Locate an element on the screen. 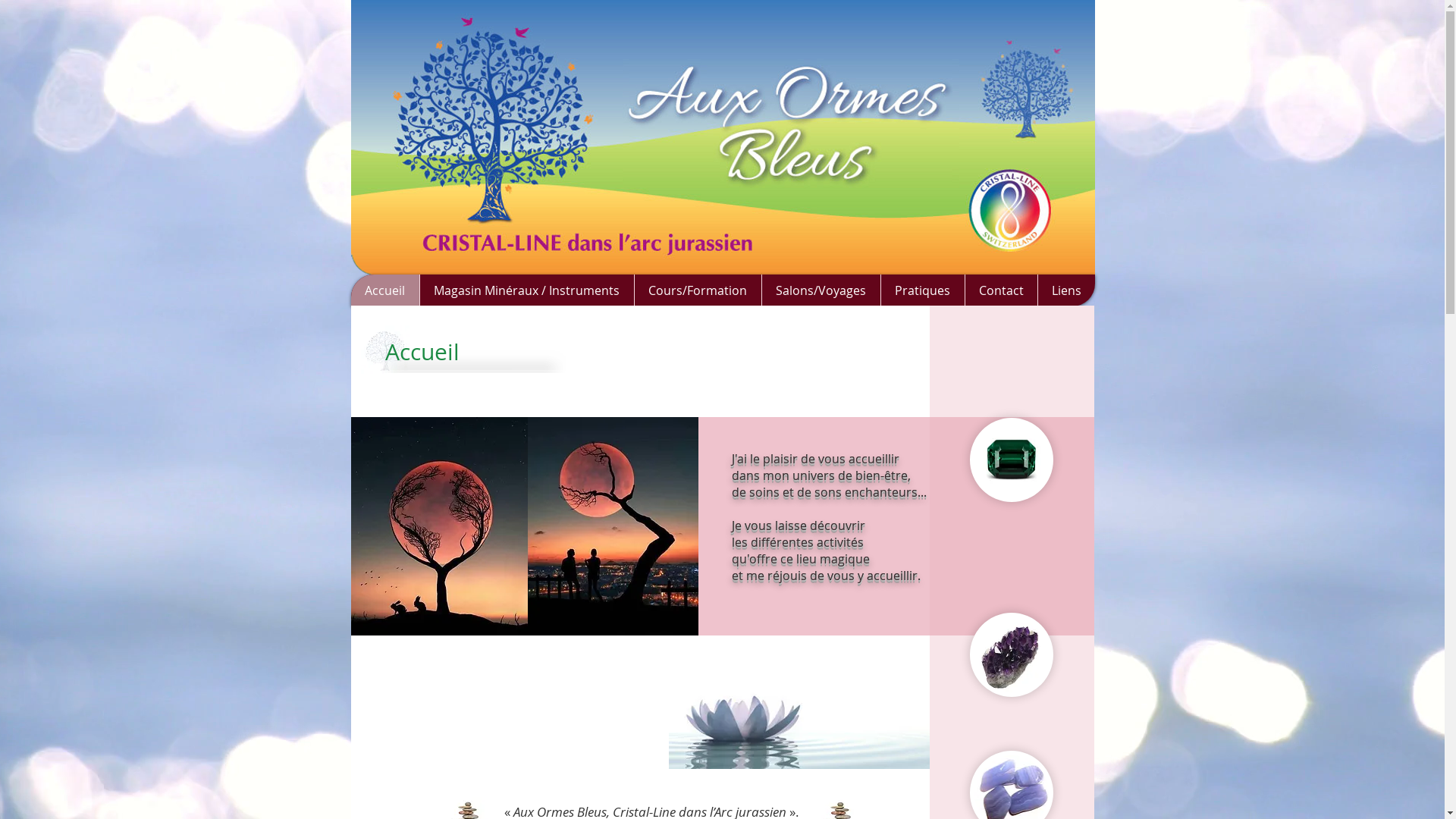  'Salons/Voyages' is located at coordinates (820, 290).